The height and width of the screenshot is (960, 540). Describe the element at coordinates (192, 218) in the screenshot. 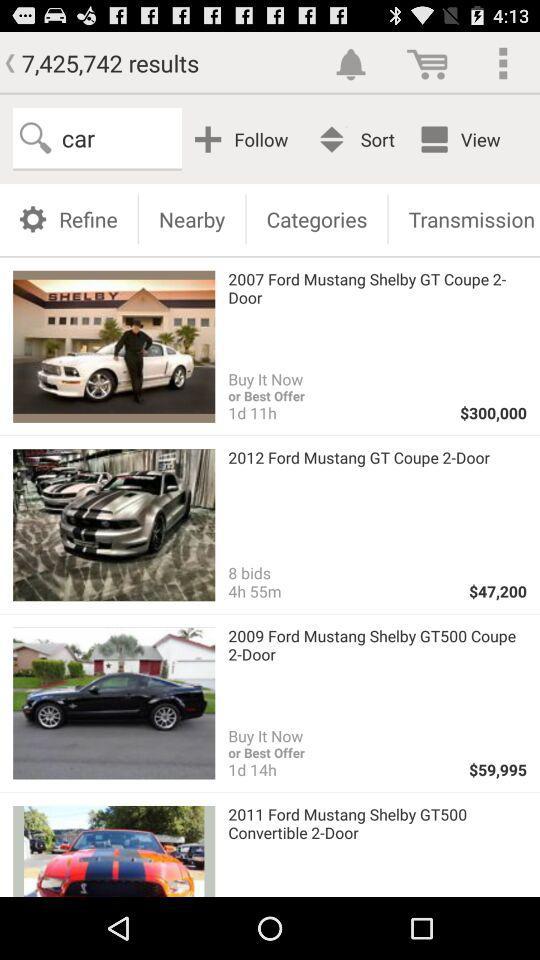

I see `the nearby item` at that location.